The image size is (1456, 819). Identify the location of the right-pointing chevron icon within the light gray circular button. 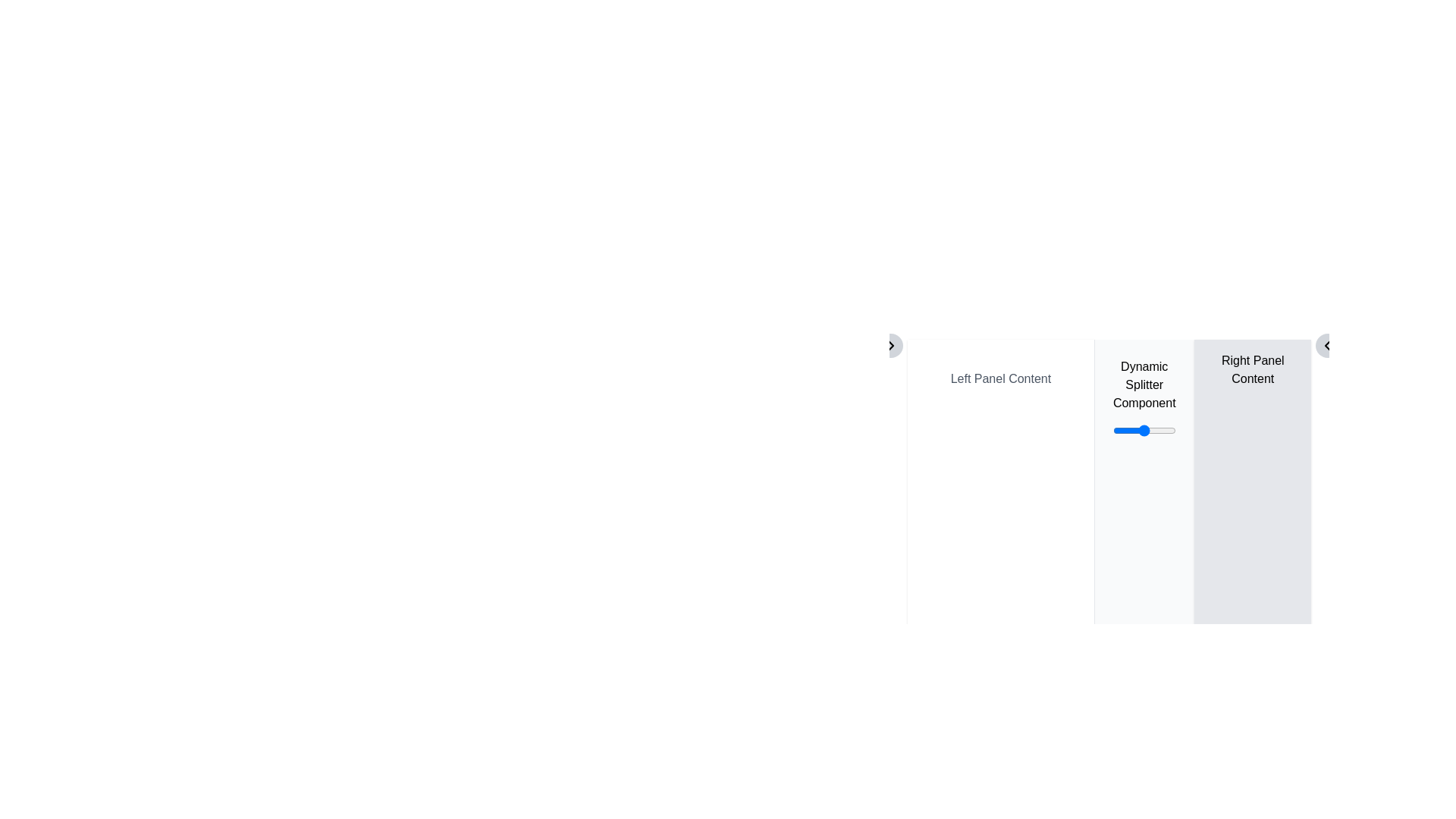
(891, 345).